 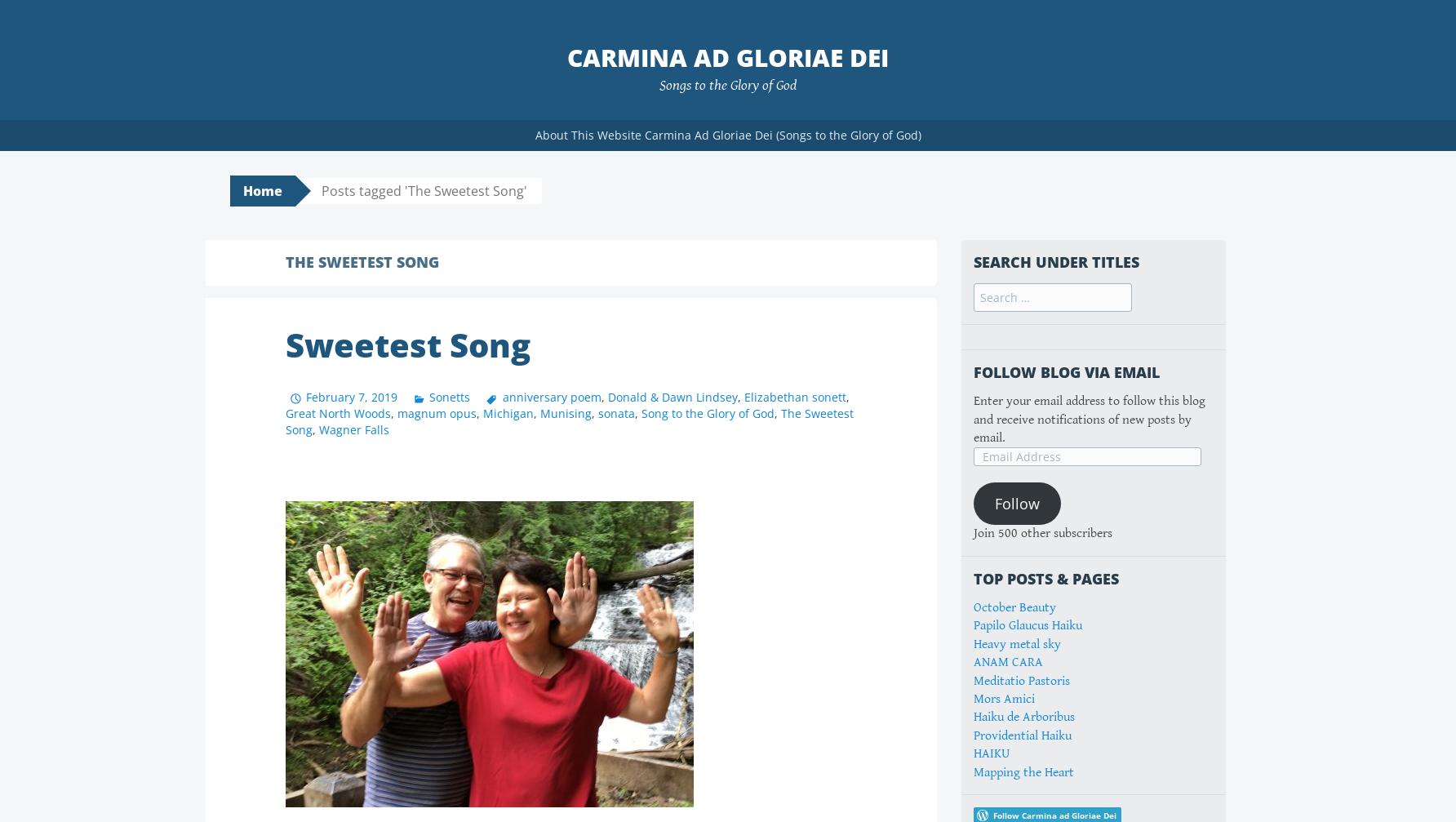 What do you see at coordinates (1007, 661) in the screenshot?
I see `'ANAM CARA'` at bounding box center [1007, 661].